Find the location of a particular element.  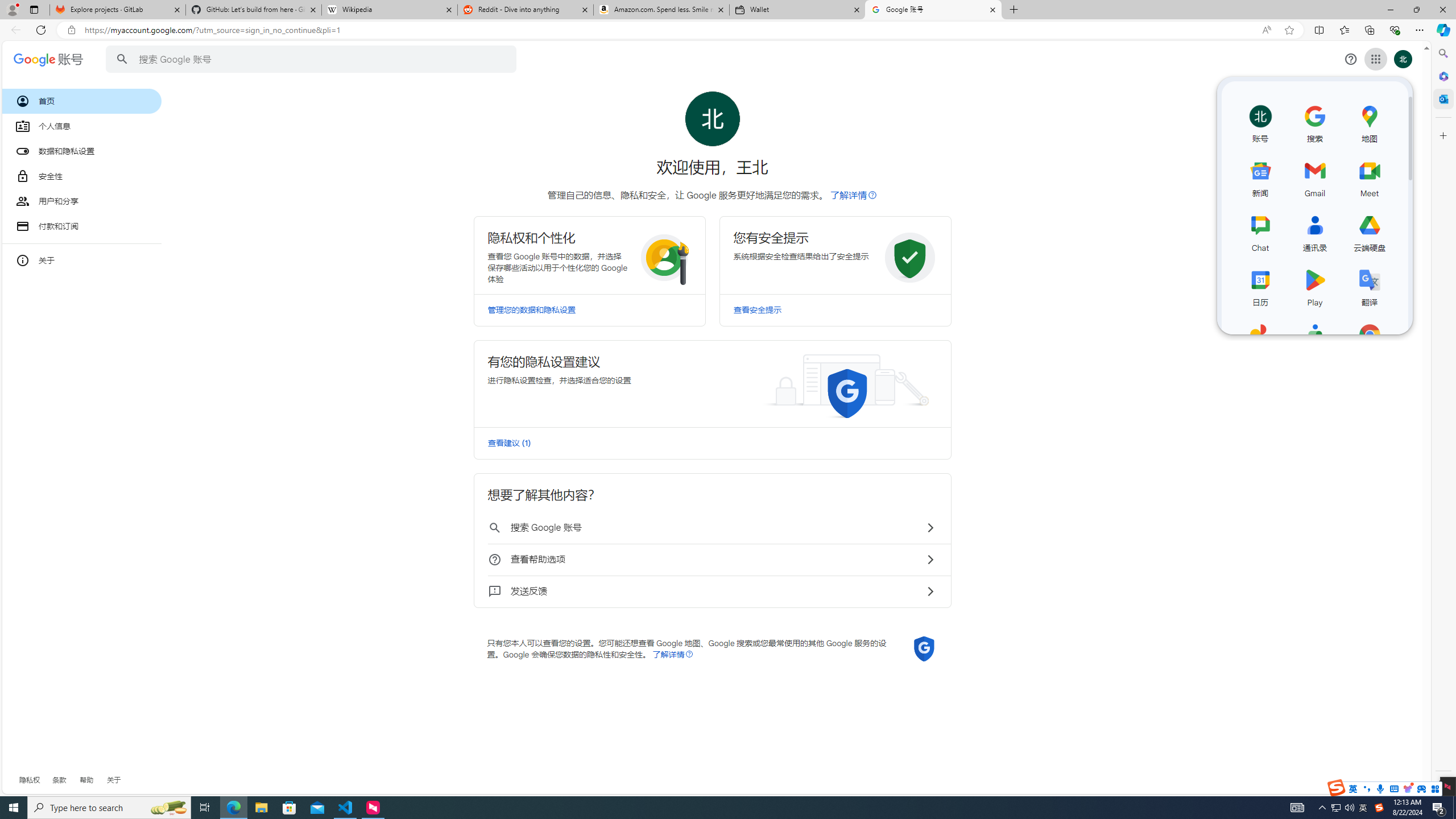

'Amazon.com. Spend less. Smile more.' is located at coordinates (660, 9).